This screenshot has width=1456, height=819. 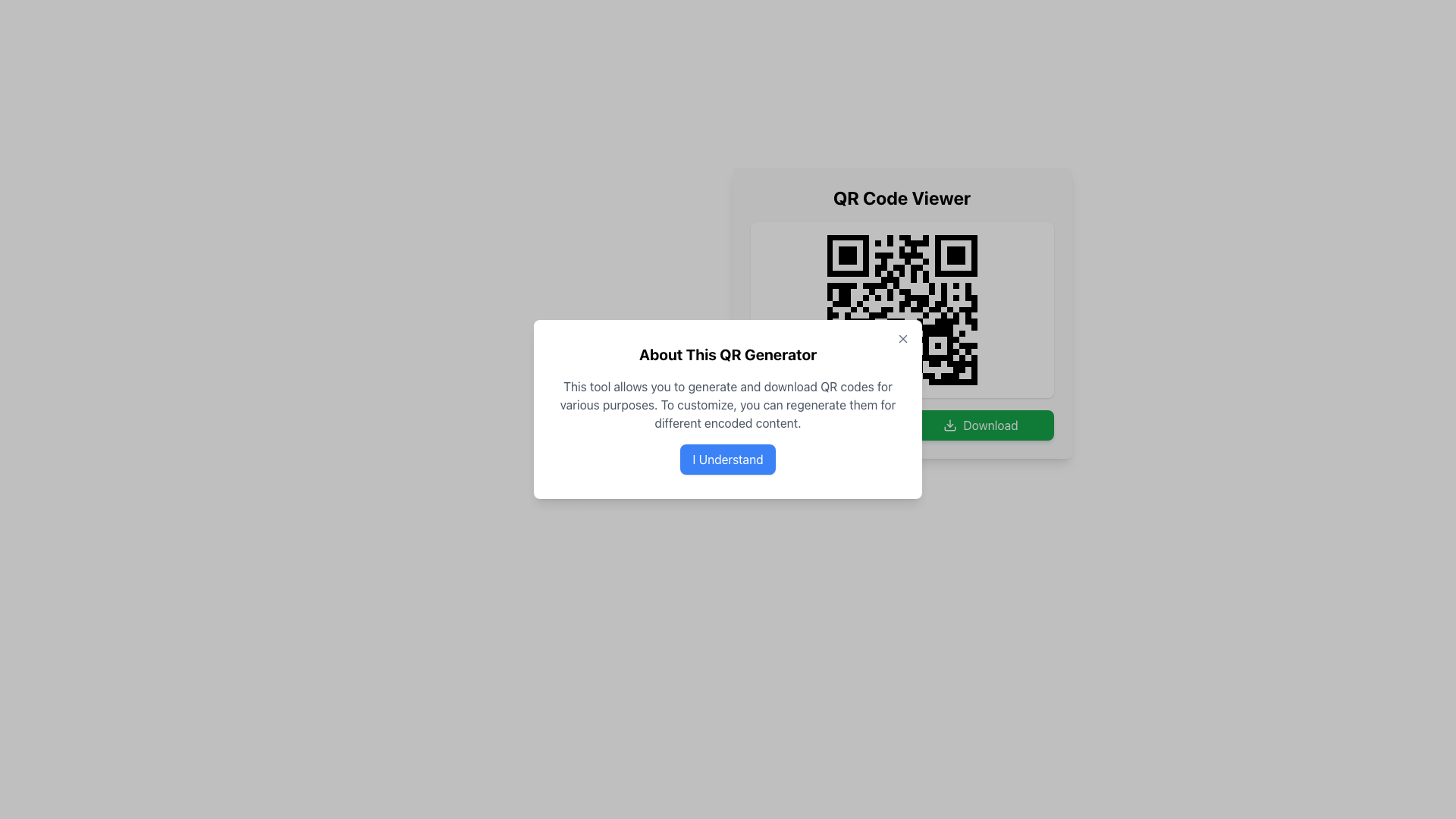 I want to click on the green button labeled 'Download' which contains the icon indicating the purpose of downloading content, so click(x=949, y=425).